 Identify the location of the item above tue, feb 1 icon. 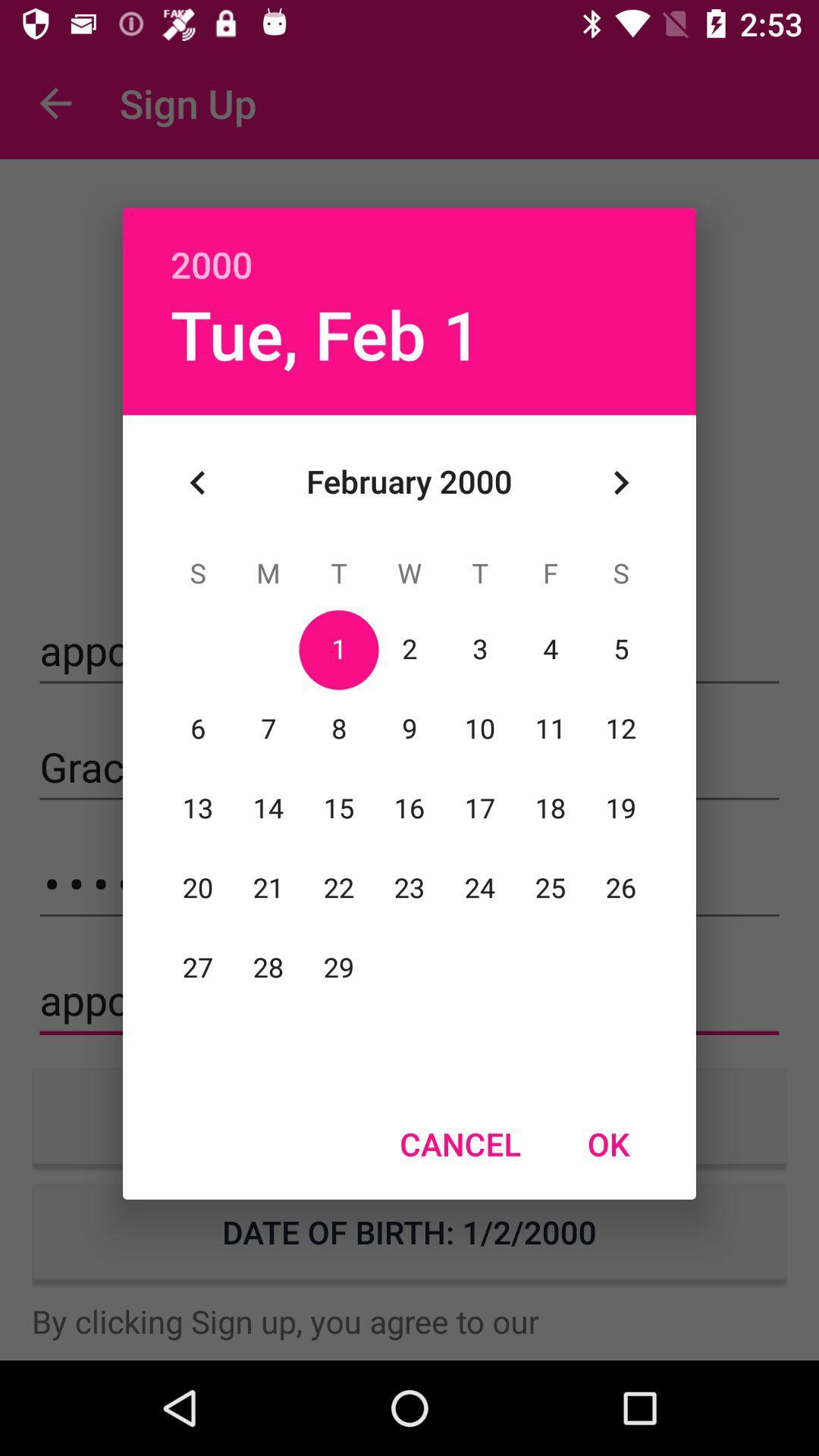
(409, 248).